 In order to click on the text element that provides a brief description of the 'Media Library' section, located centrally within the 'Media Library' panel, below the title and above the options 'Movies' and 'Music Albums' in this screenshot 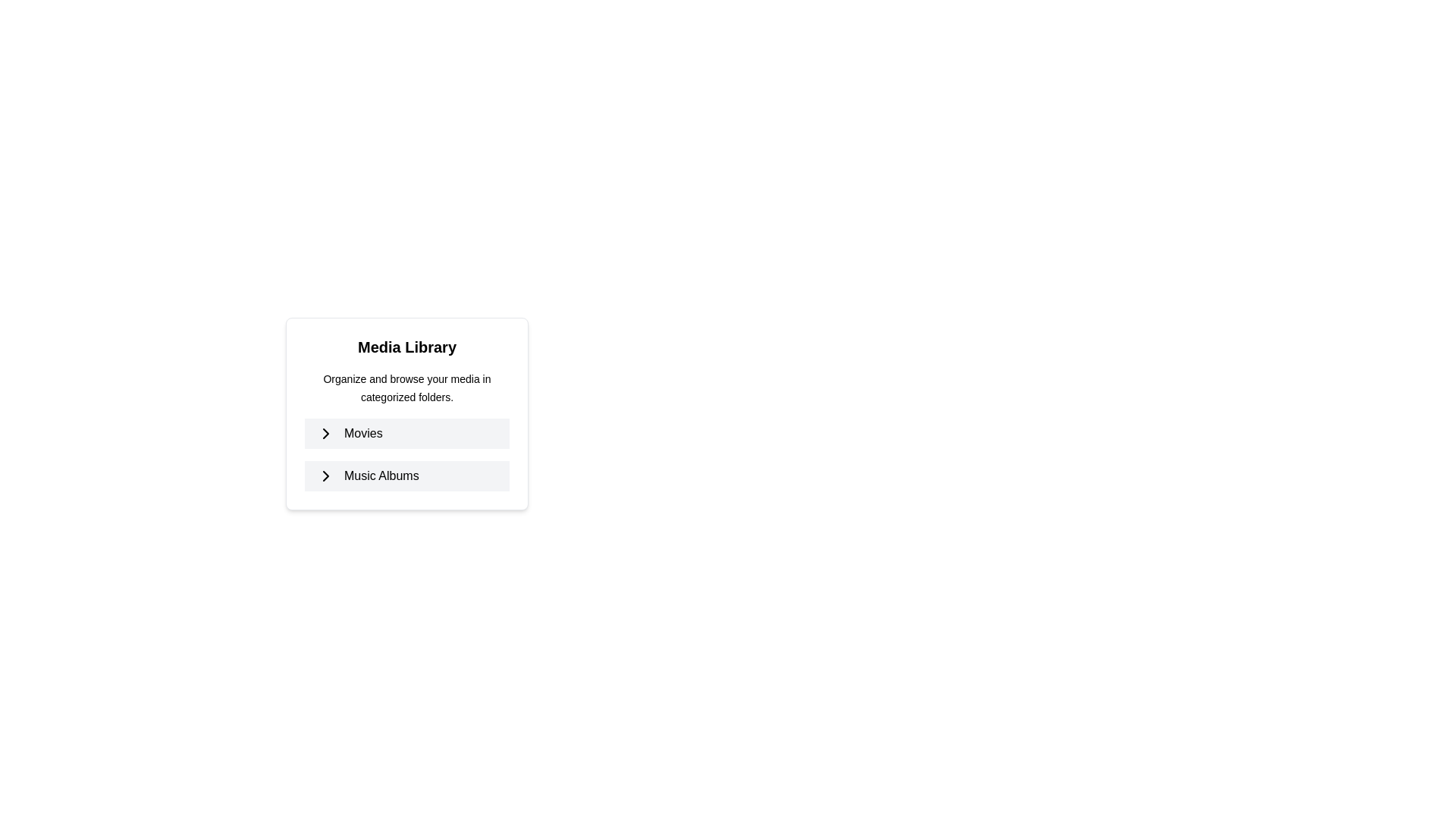, I will do `click(407, 388)`.